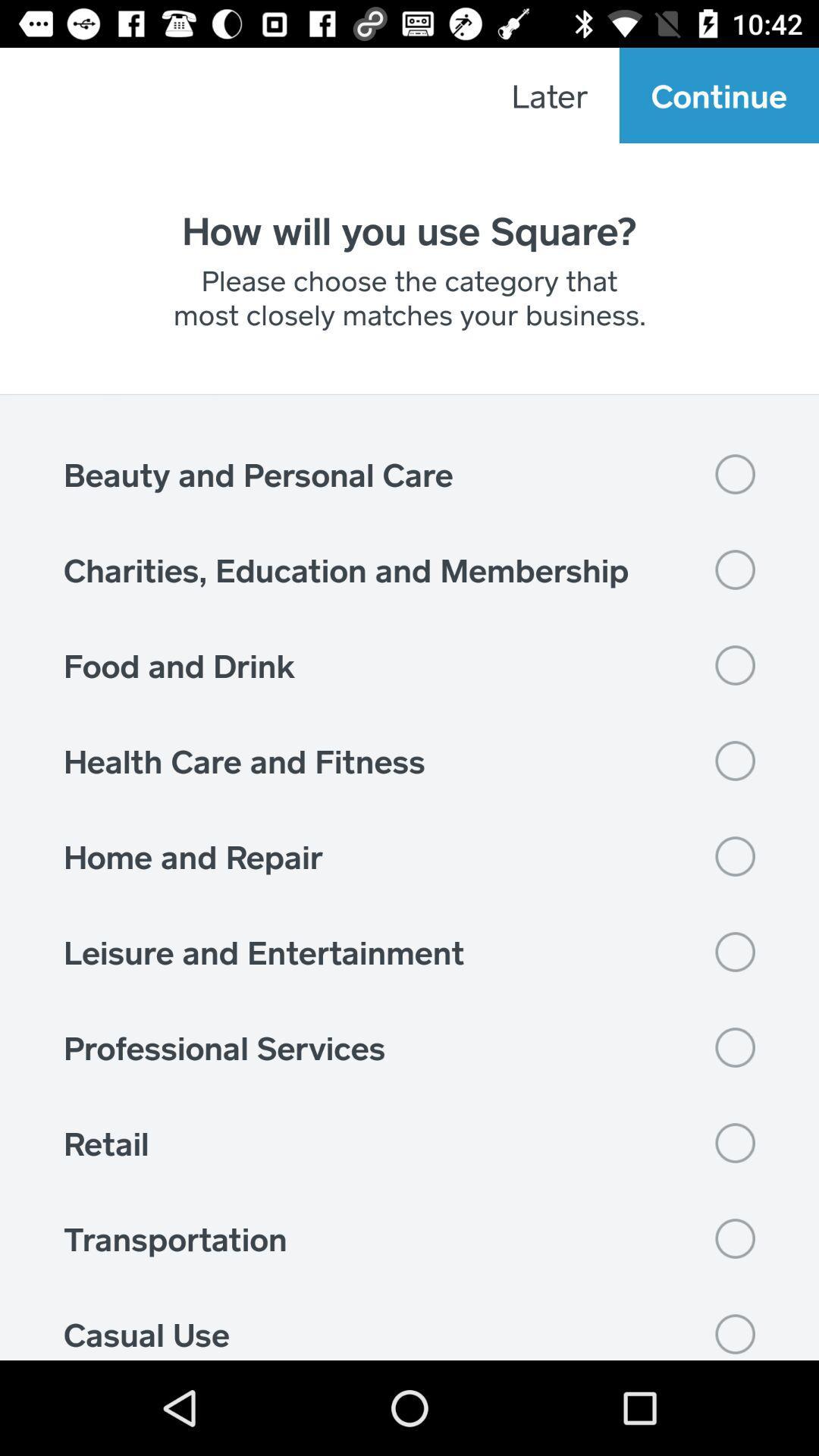  What do you see at coordinates (409, 473) in the screenshot?
I see `icon above charities education and item` at bounding box center [409, 473].